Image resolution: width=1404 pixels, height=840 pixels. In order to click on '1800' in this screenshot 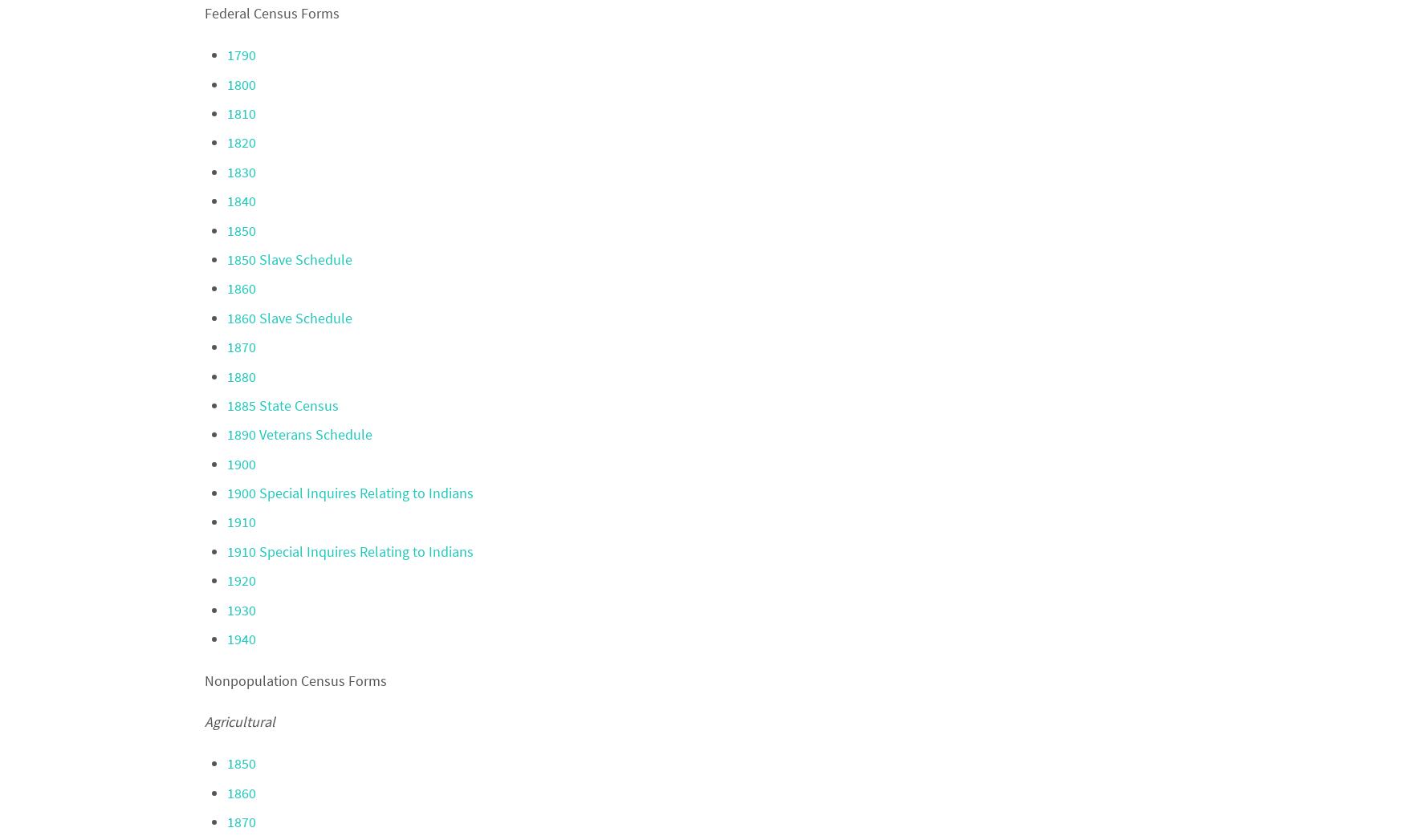, I will do `click(241, 83)`.